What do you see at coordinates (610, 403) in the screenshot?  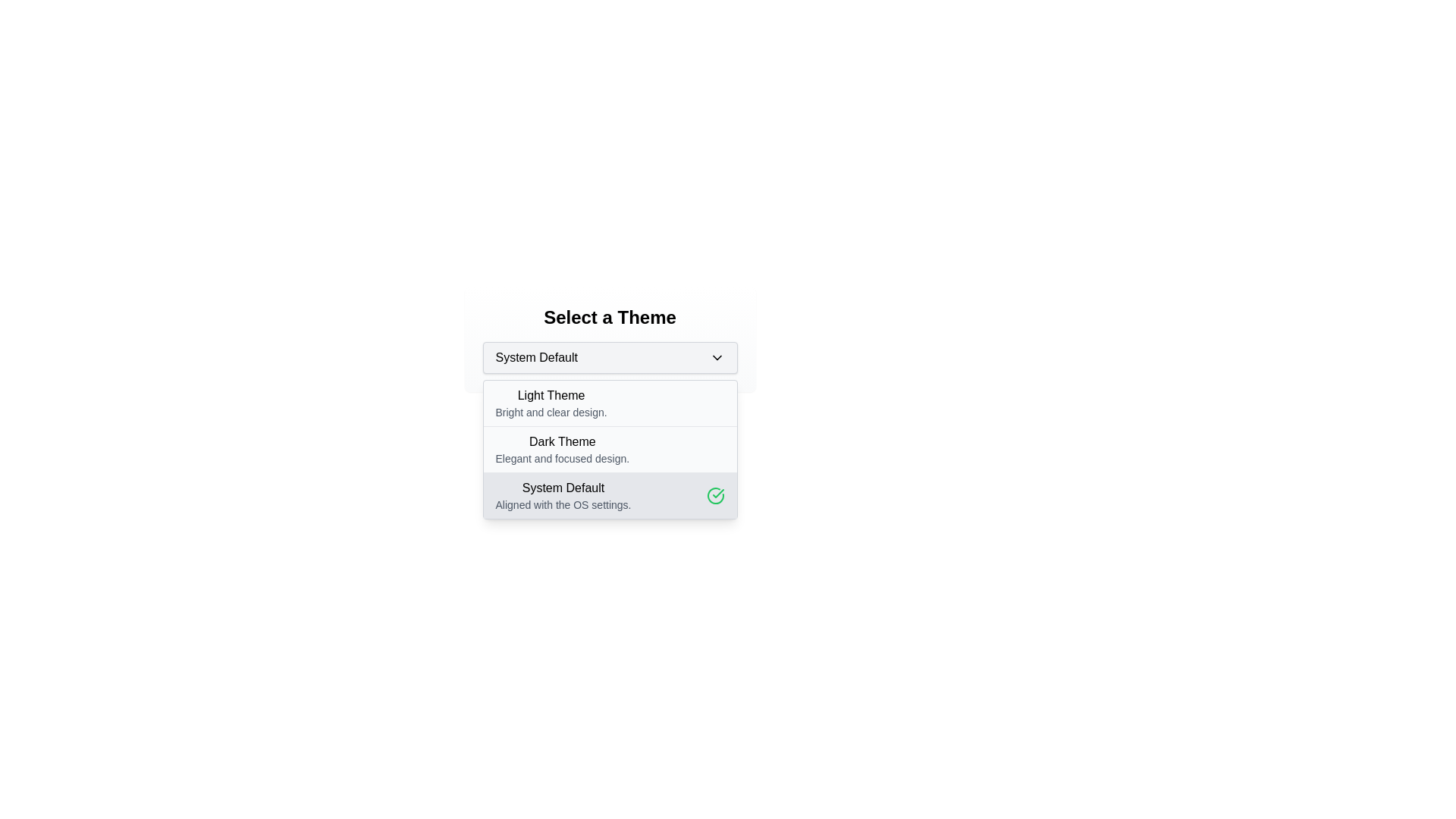 I see `the 'Light Theme' option in the 'Select a Theme' dropdown menu` at bounding box center [610, 403].